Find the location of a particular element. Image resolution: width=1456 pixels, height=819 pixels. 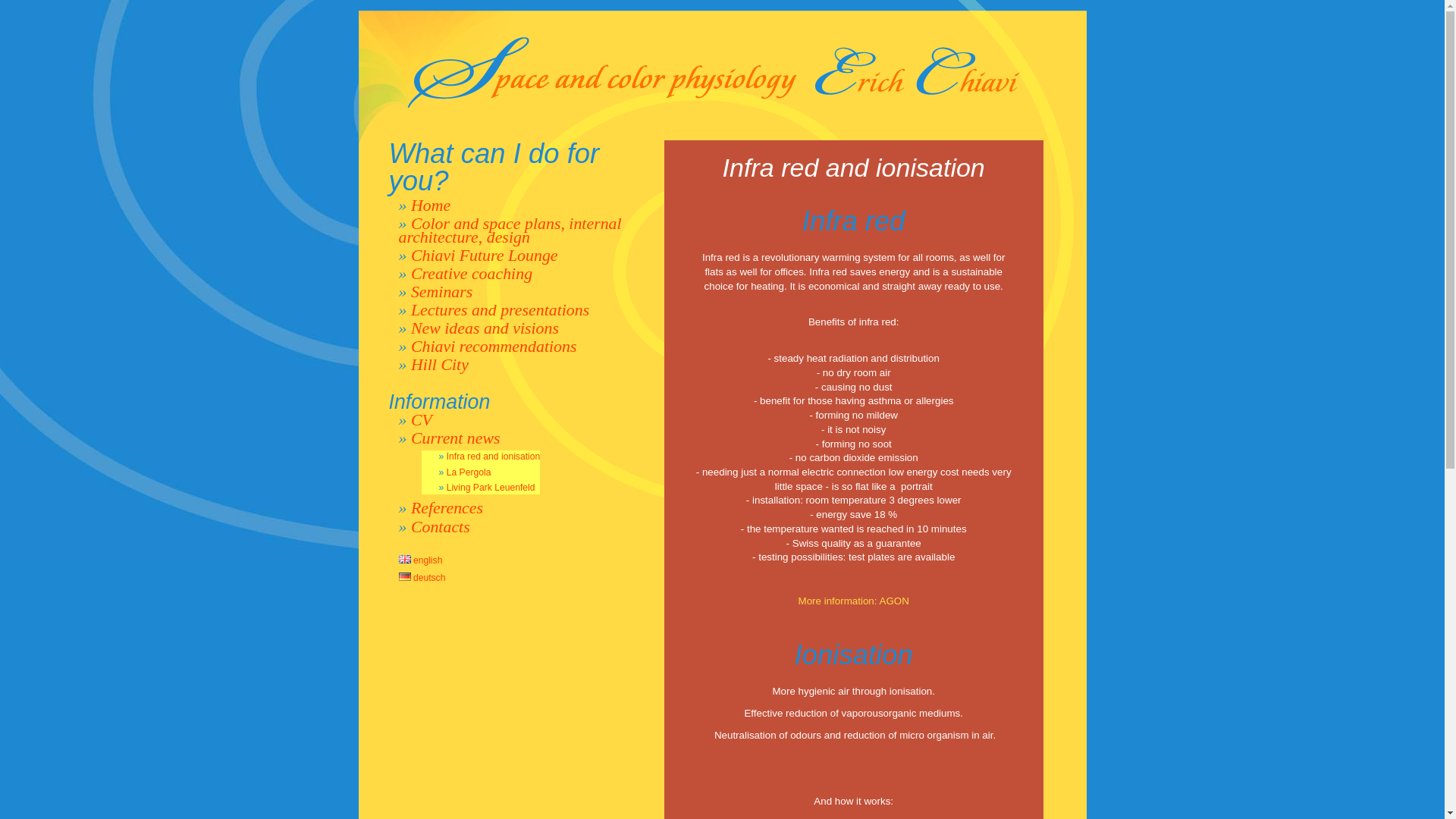

'Hill City' is located at coordinates (439, 365).